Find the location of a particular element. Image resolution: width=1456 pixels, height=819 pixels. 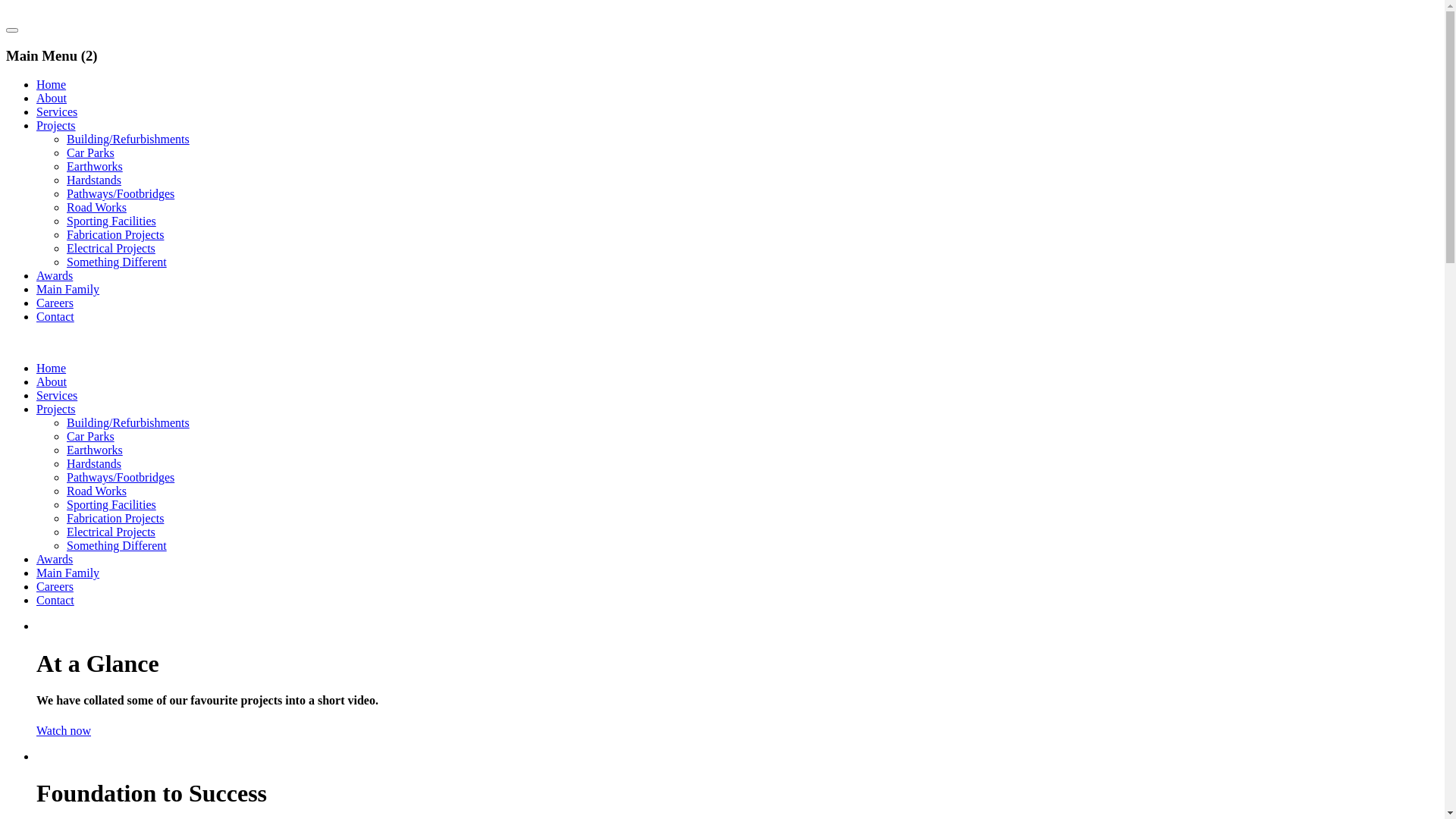

'About' is located at coordinates (51, 98).